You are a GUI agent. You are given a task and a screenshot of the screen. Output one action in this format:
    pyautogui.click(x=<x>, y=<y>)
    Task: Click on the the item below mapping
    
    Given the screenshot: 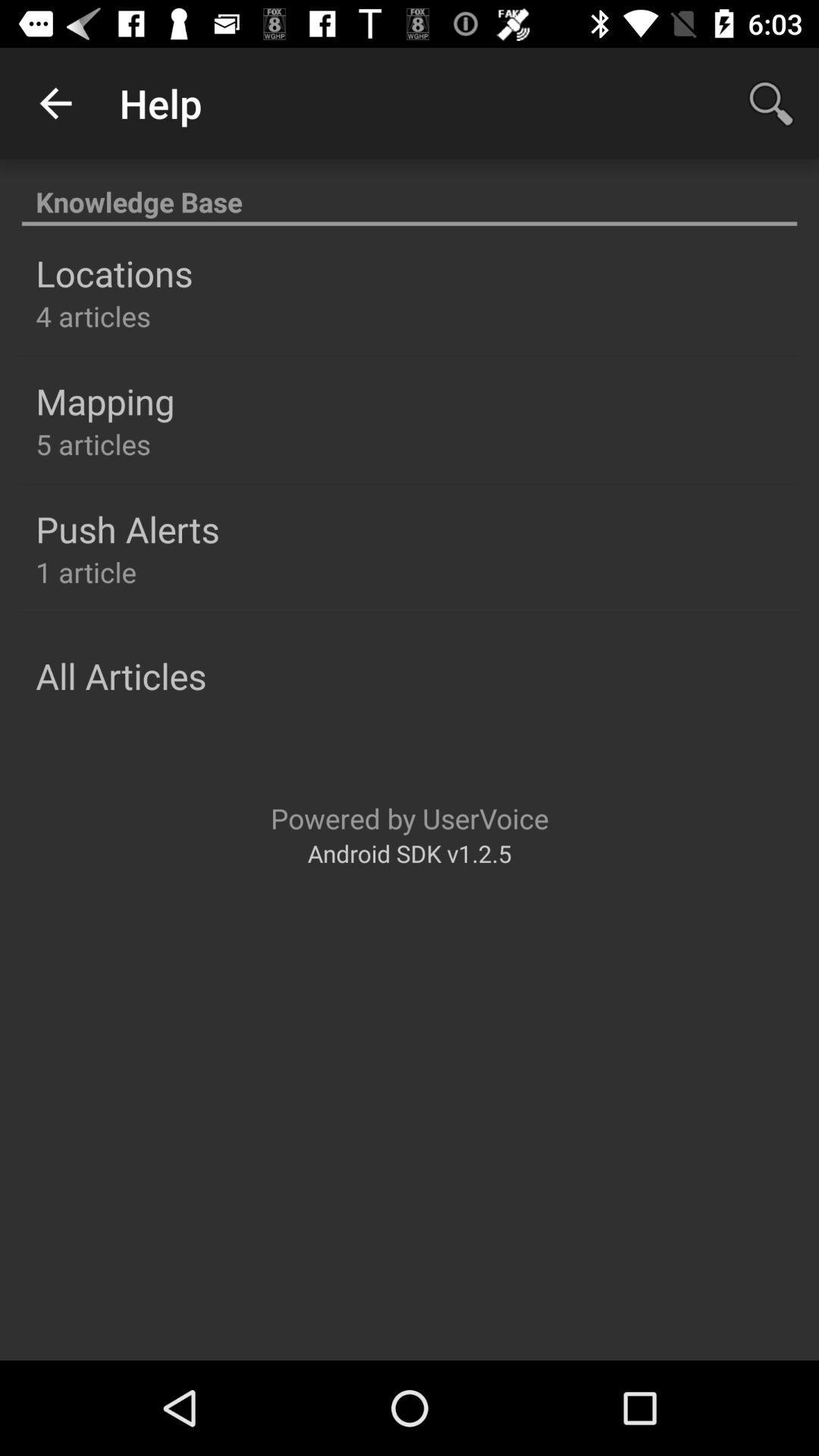 What is the action you would take?
    pyautogui.click(x=93, y=443)
    